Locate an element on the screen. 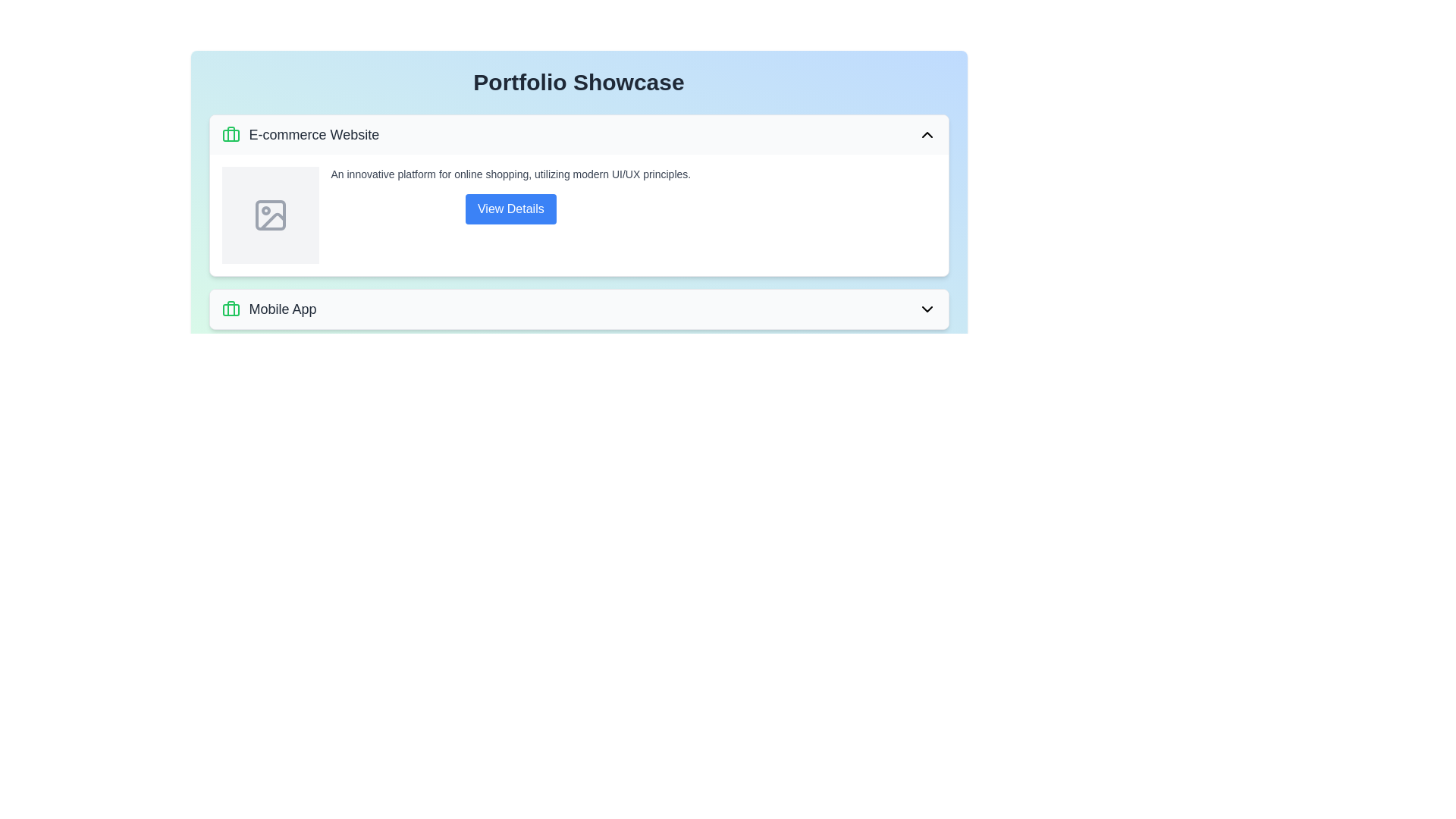 The height and width of the screenshot is (819, 1456). the 'Mobile App' collapsible list item is located at coordinates (578, 309).